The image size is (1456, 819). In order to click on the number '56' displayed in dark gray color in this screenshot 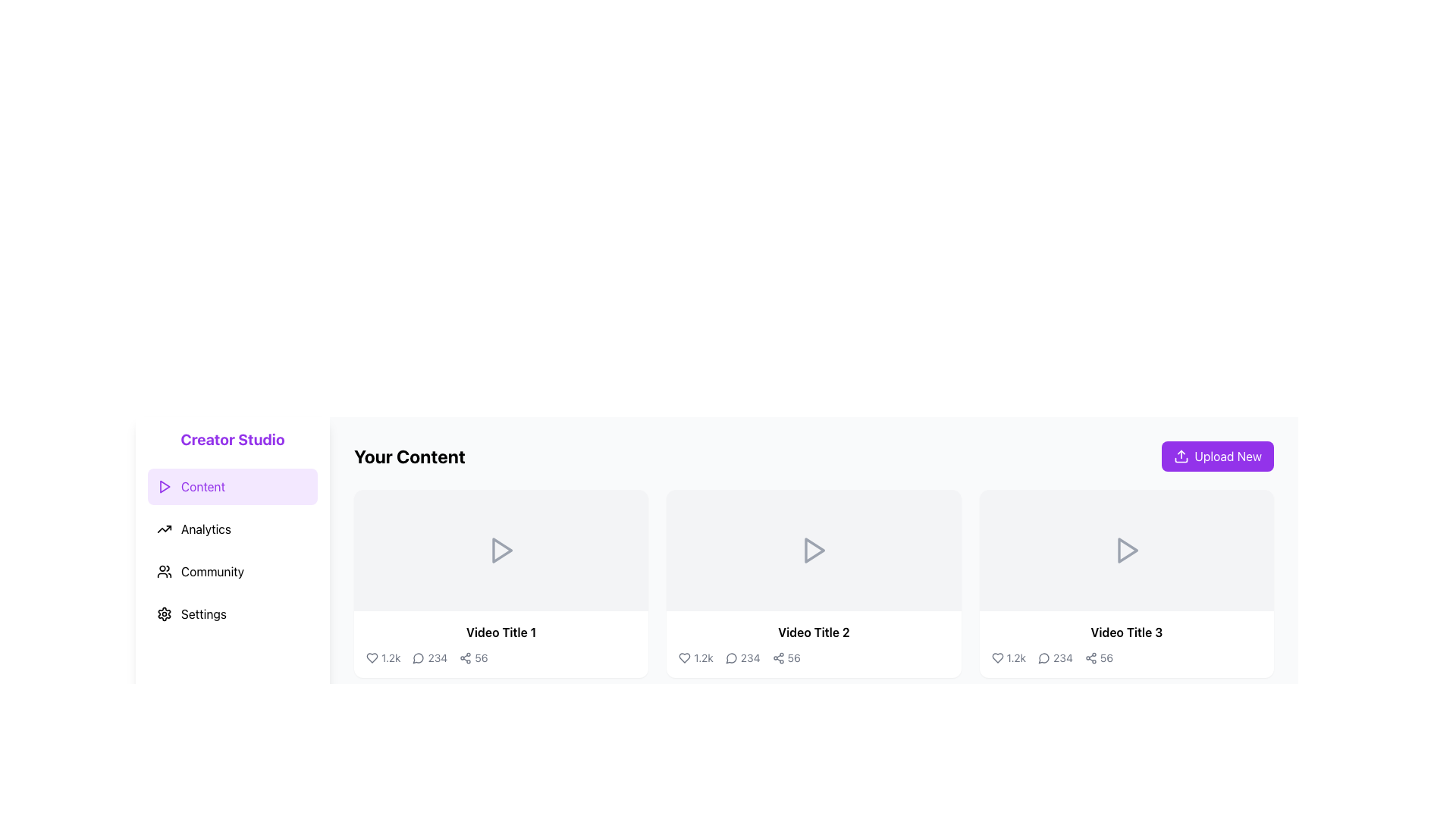, I will do `click(480, 657)`.